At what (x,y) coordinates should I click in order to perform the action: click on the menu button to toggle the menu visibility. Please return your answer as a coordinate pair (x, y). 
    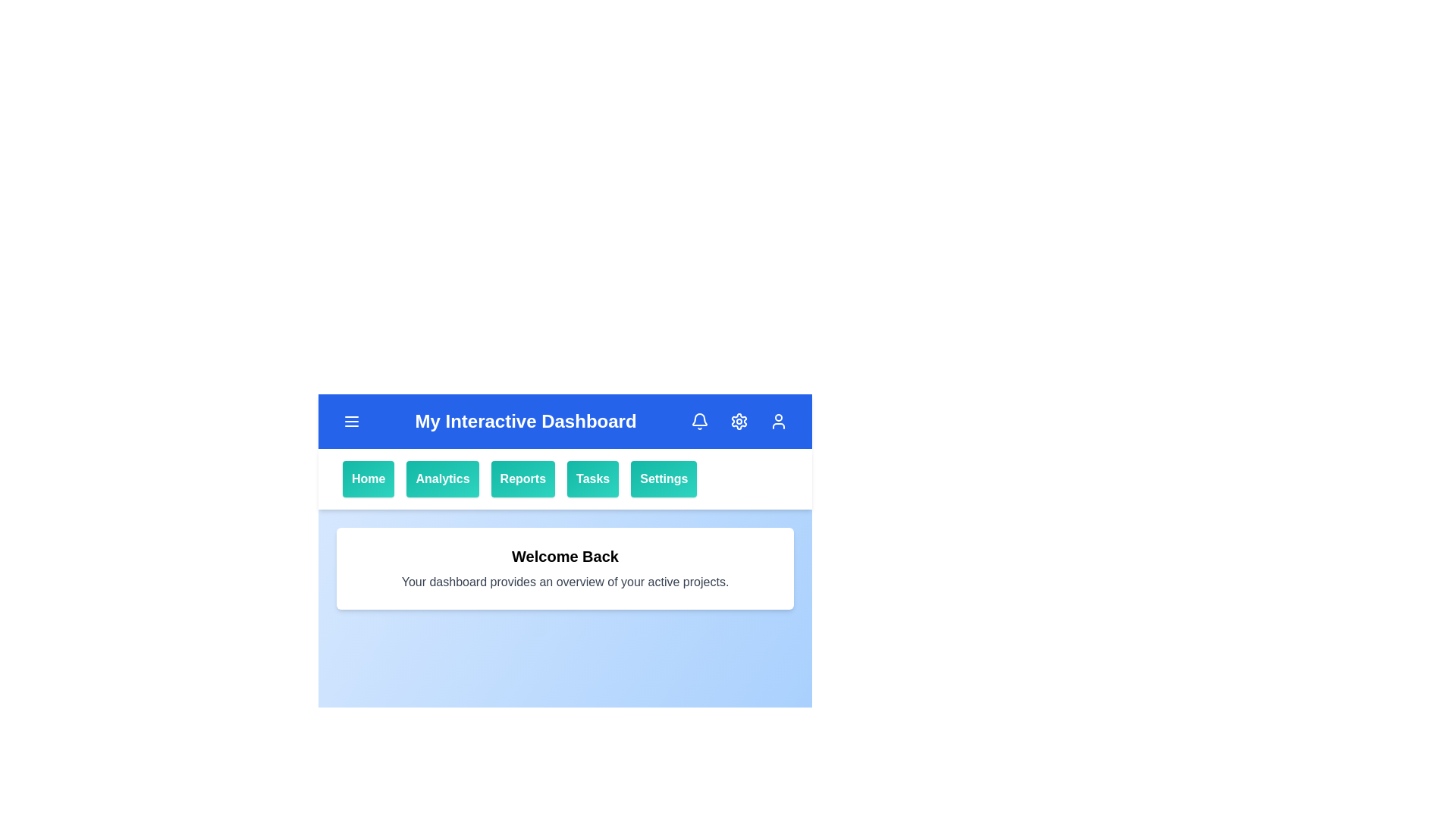
    Looking at the image, I should click on (351, 421).